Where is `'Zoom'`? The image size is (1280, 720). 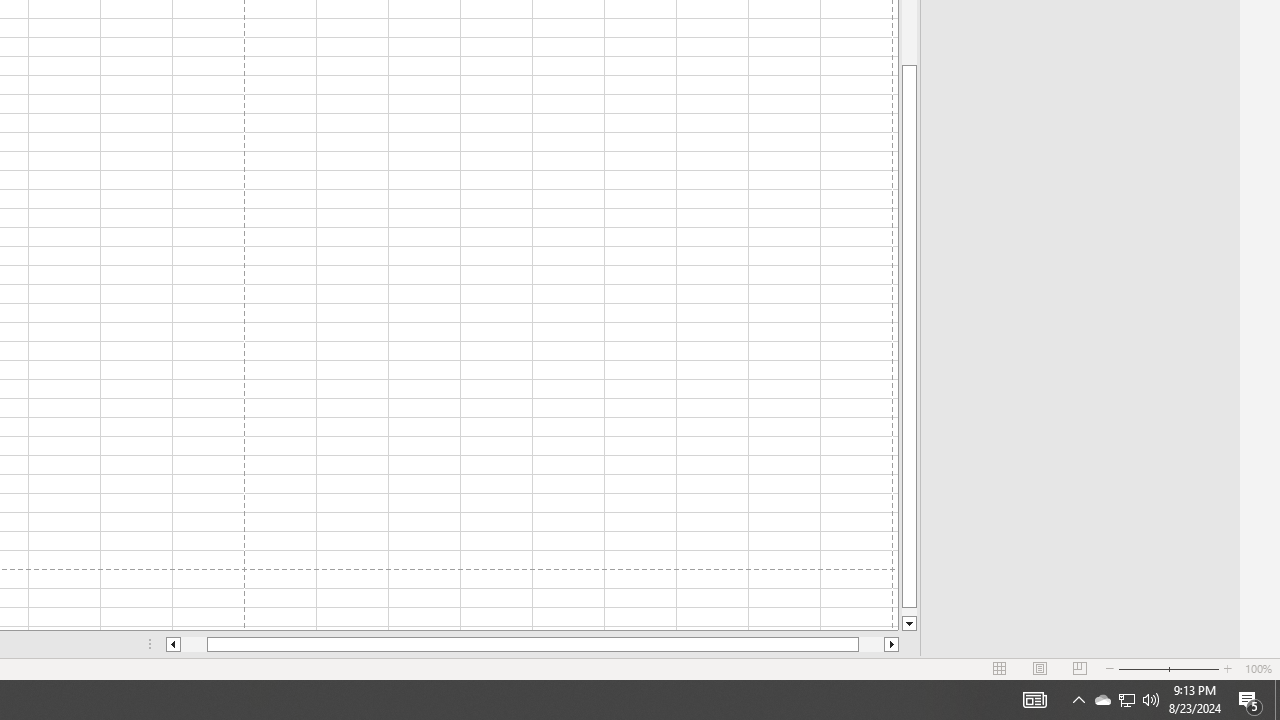
'Zoom' is located at coordinates (1168, 669).